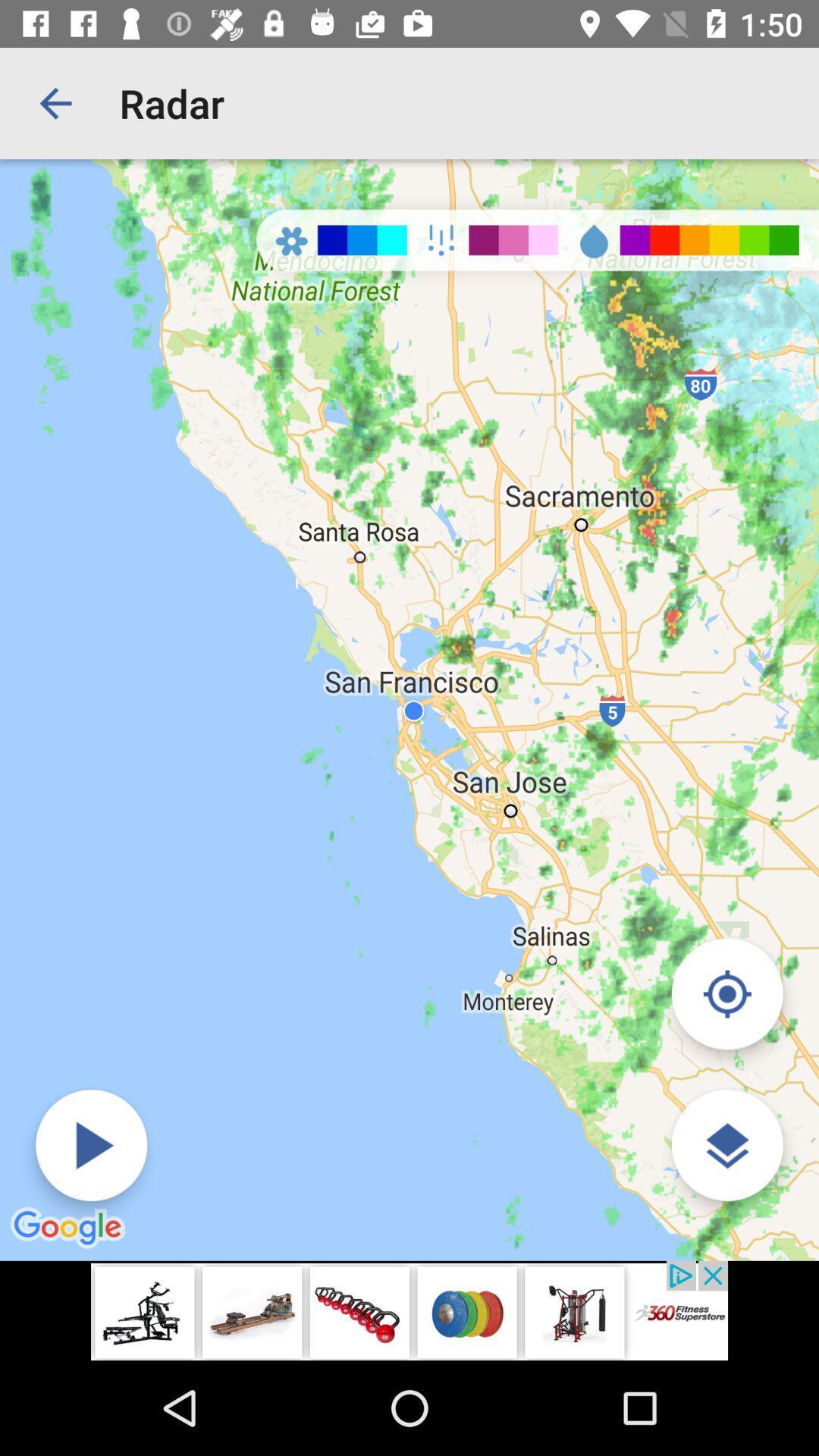  Describe the element at coordinates (91, 1145) in the screenshot. I see `radar` at that location.